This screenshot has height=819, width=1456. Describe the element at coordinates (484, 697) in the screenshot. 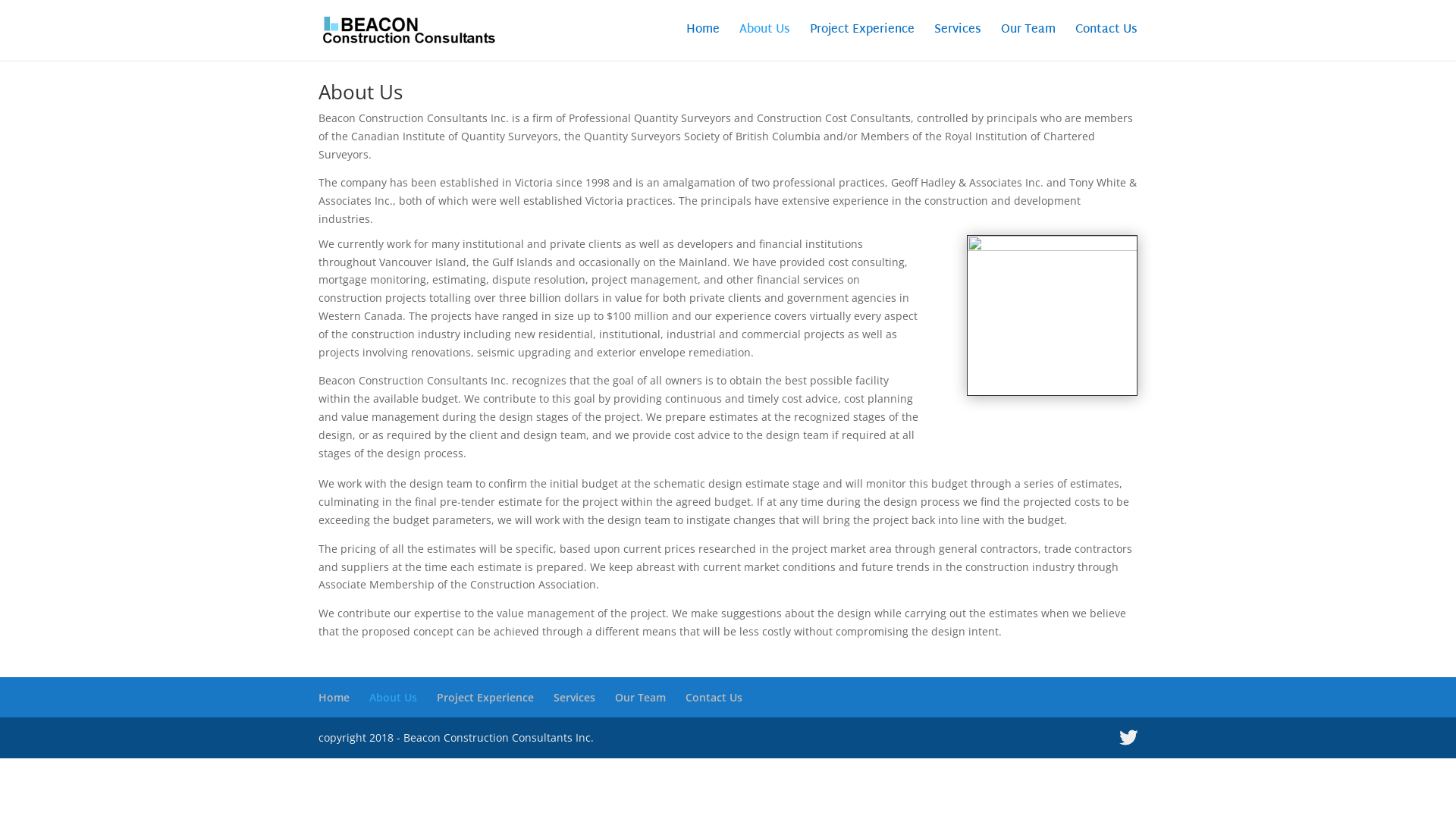

I see `'Project Experience'` at that location.